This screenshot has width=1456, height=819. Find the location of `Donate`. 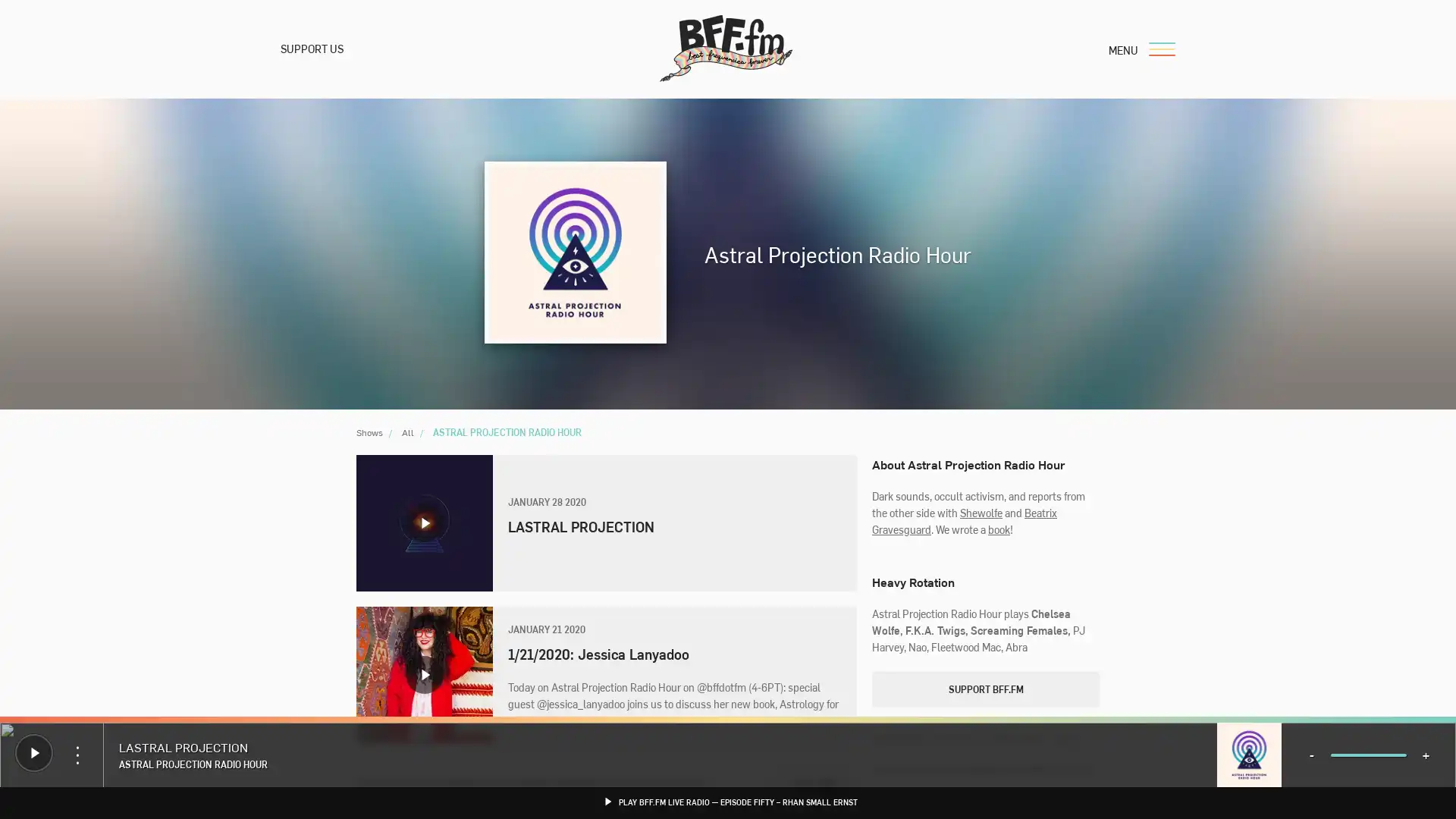

Donate is located at coordinates (49, 748).